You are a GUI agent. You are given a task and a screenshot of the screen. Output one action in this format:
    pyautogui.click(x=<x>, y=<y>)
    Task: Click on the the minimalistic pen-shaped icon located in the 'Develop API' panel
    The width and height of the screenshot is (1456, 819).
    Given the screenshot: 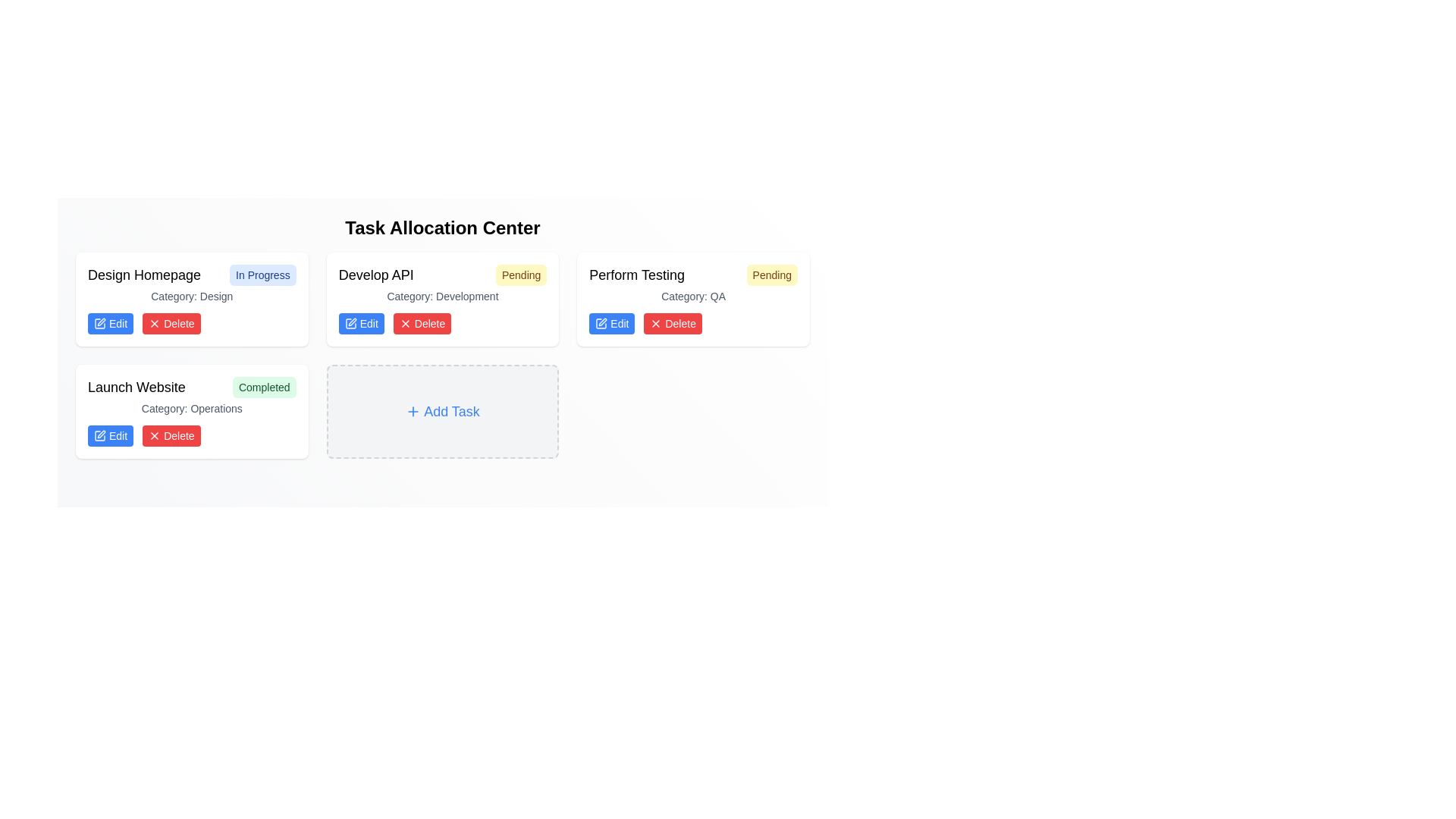 What is the action you would take?
    pyautogui.click(x=351, y=321)
    